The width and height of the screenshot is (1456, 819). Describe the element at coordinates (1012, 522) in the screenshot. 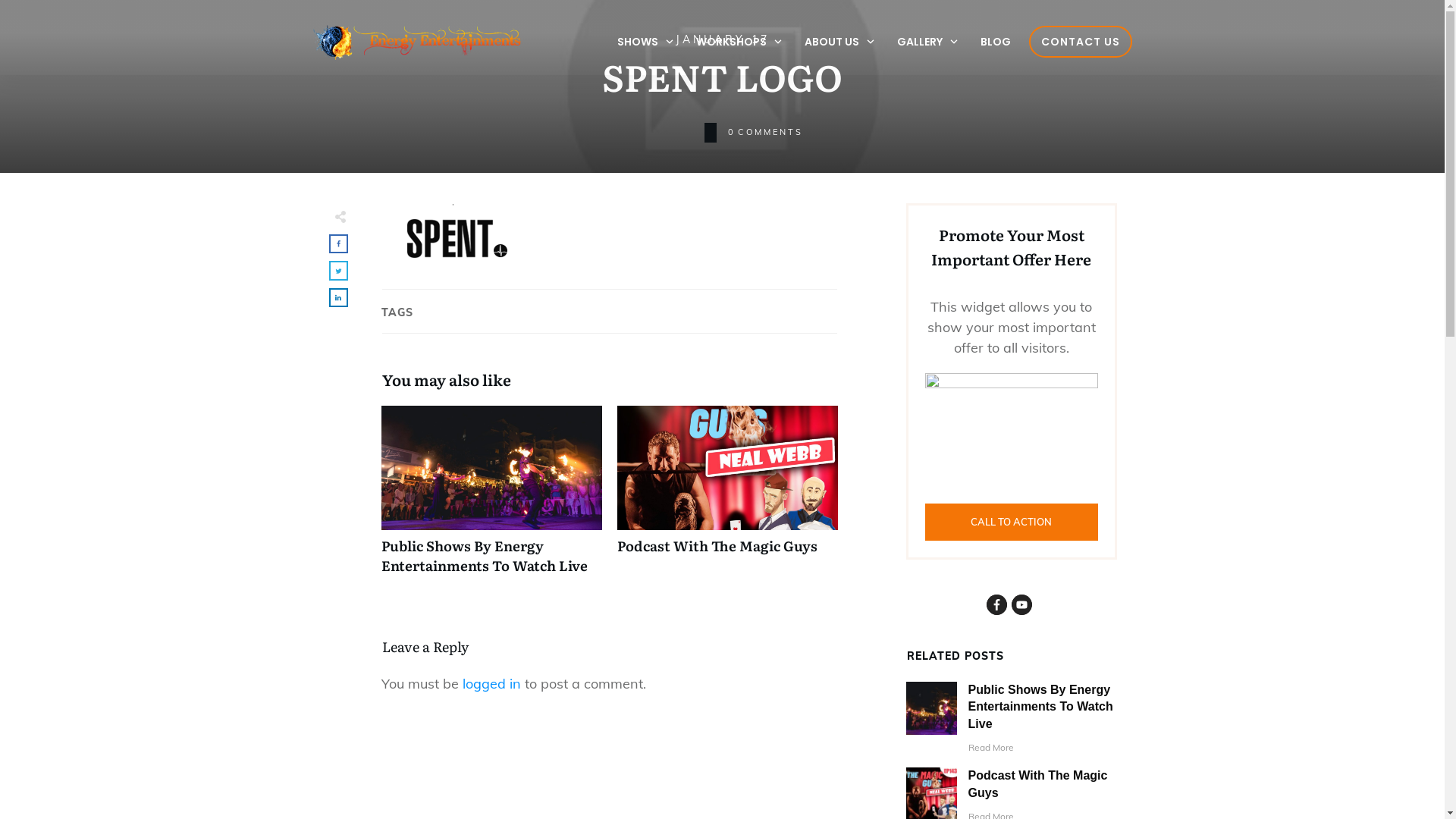

I see `'CALL TO ACTION'` at that location.